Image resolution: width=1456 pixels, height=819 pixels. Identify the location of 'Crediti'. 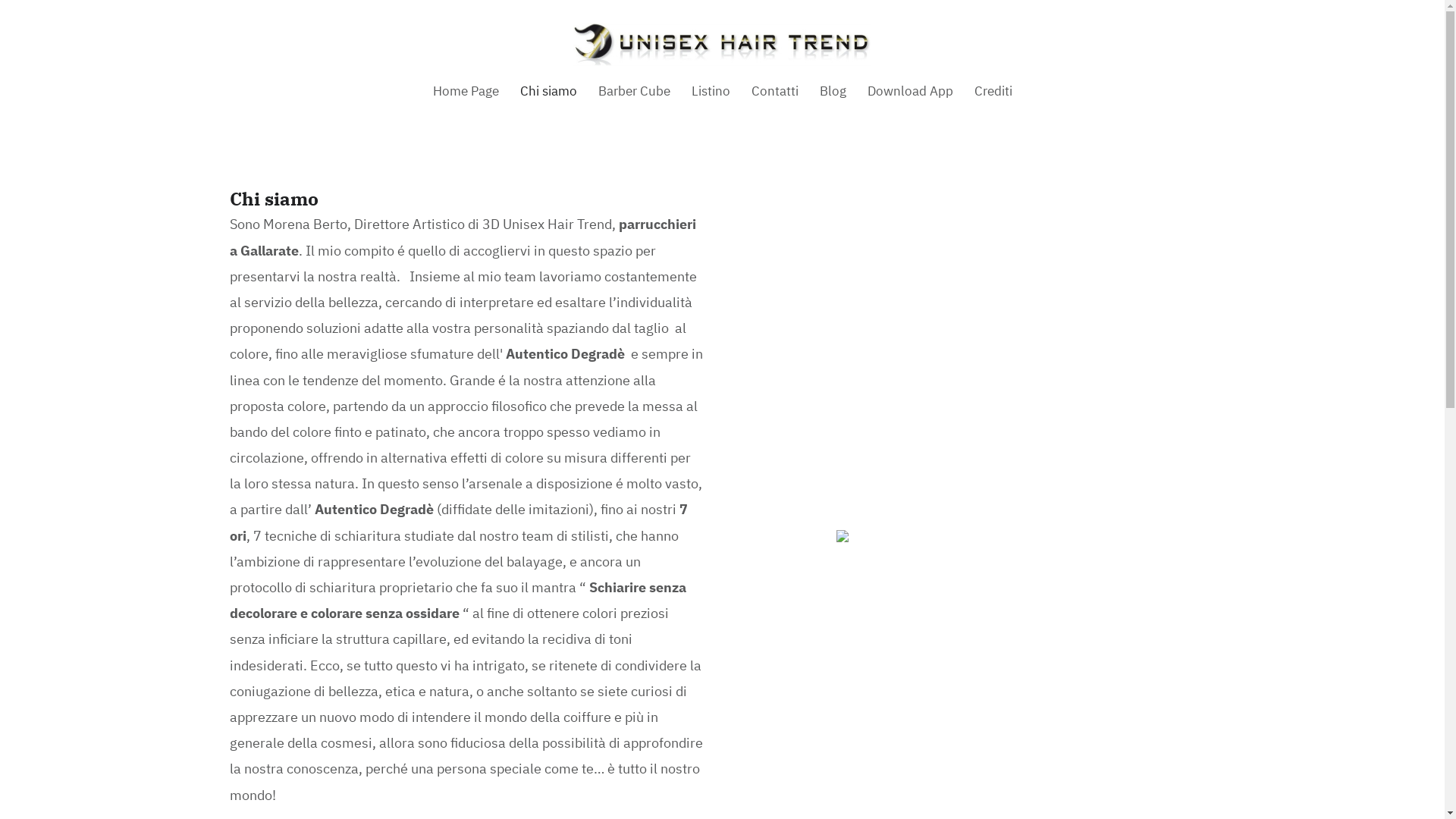
(993, 91).